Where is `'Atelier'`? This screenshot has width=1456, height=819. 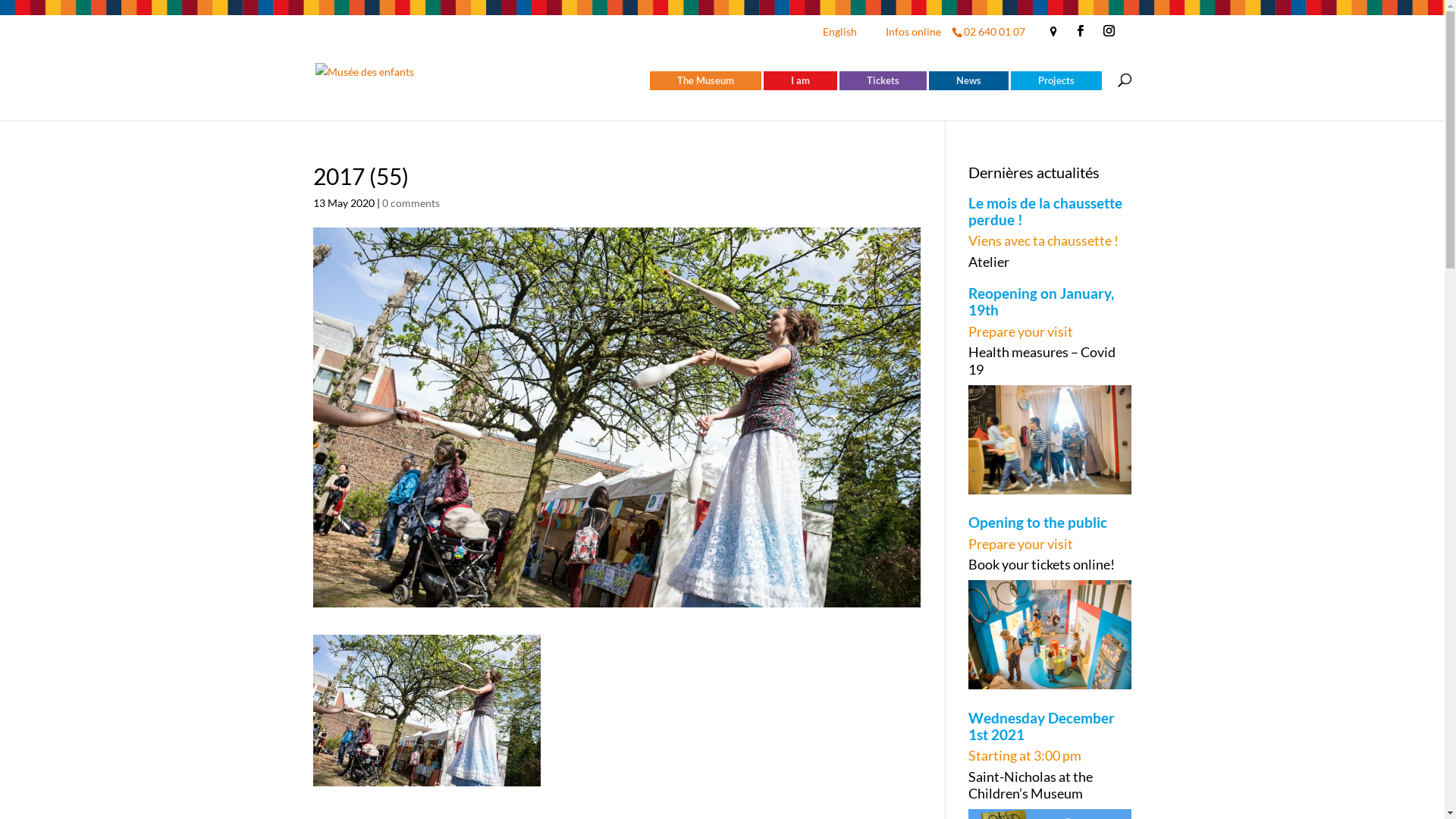 'Atelier' is located at coordinates (1050, 260).